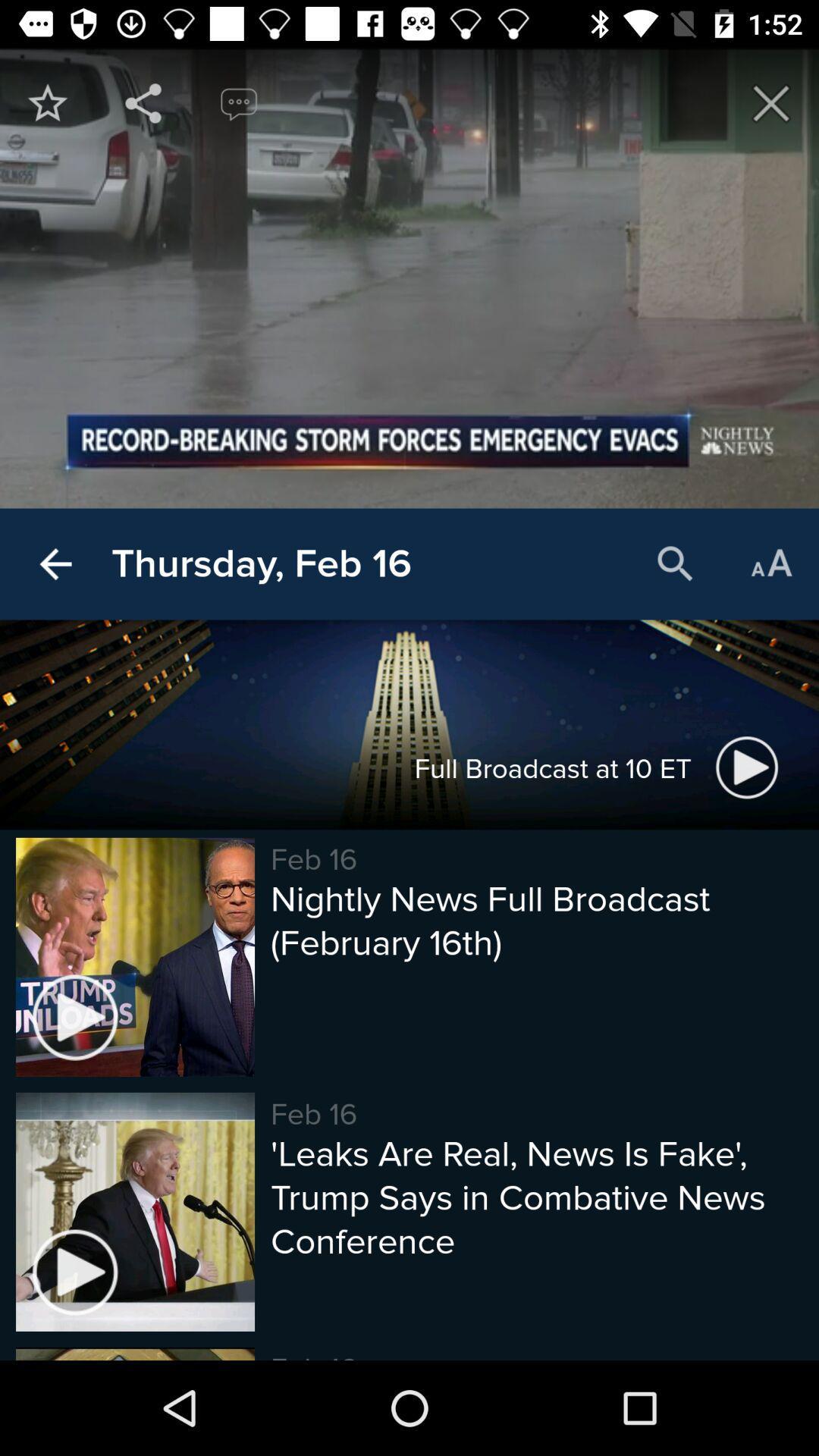 This screenshot has height=1456, width=819. What do you see at coordinates (46, 102) in the screenshot?
I see `favorite video` at bounding box center [46, 102].